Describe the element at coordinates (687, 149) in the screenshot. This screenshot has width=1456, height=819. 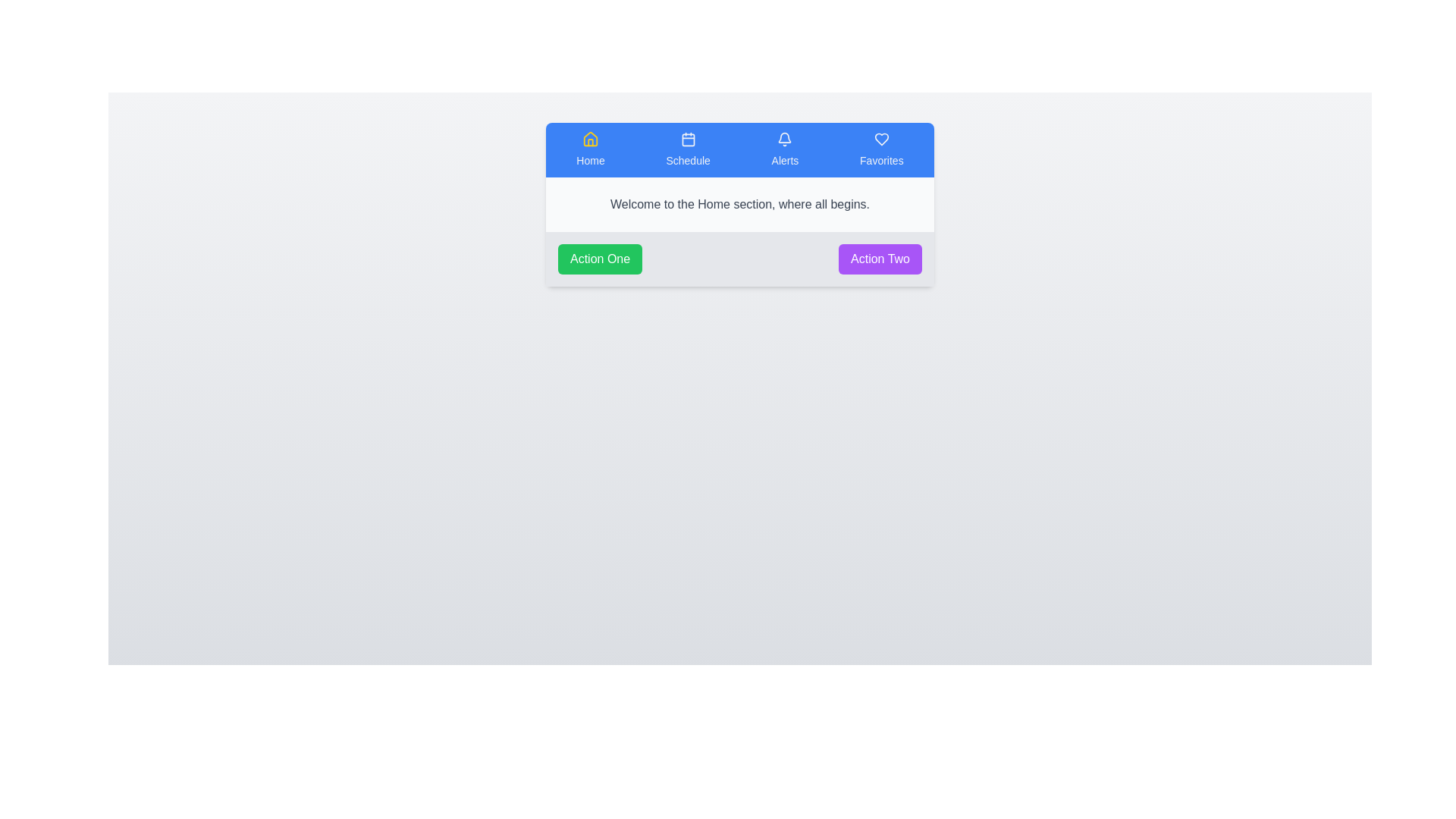
I see `the Schedule tab` at that location.